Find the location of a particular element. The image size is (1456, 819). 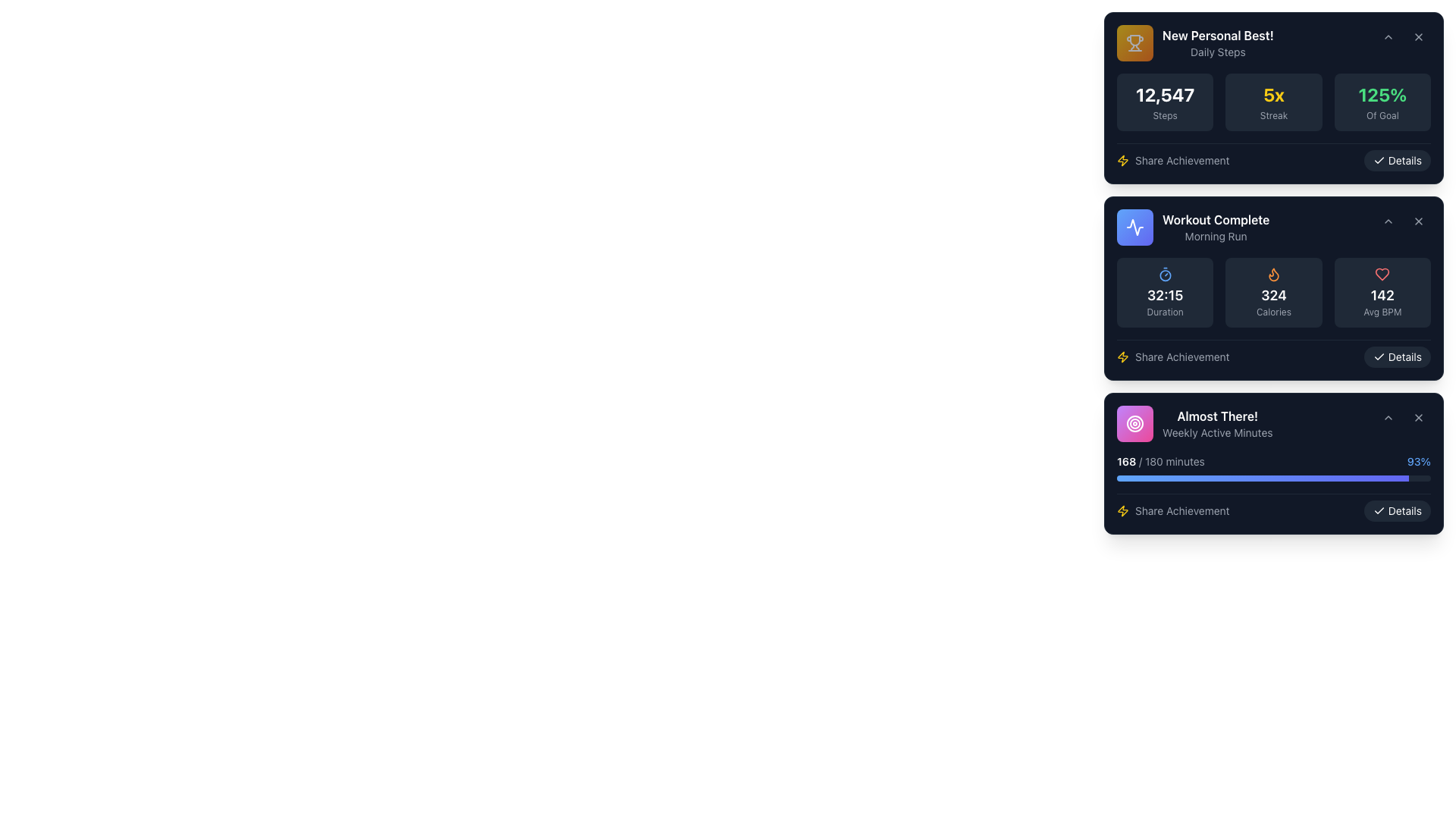

the informational card displaying '12,547' steps, located in the top-left corner of the grid layout is located at coordinates (1164, 102).